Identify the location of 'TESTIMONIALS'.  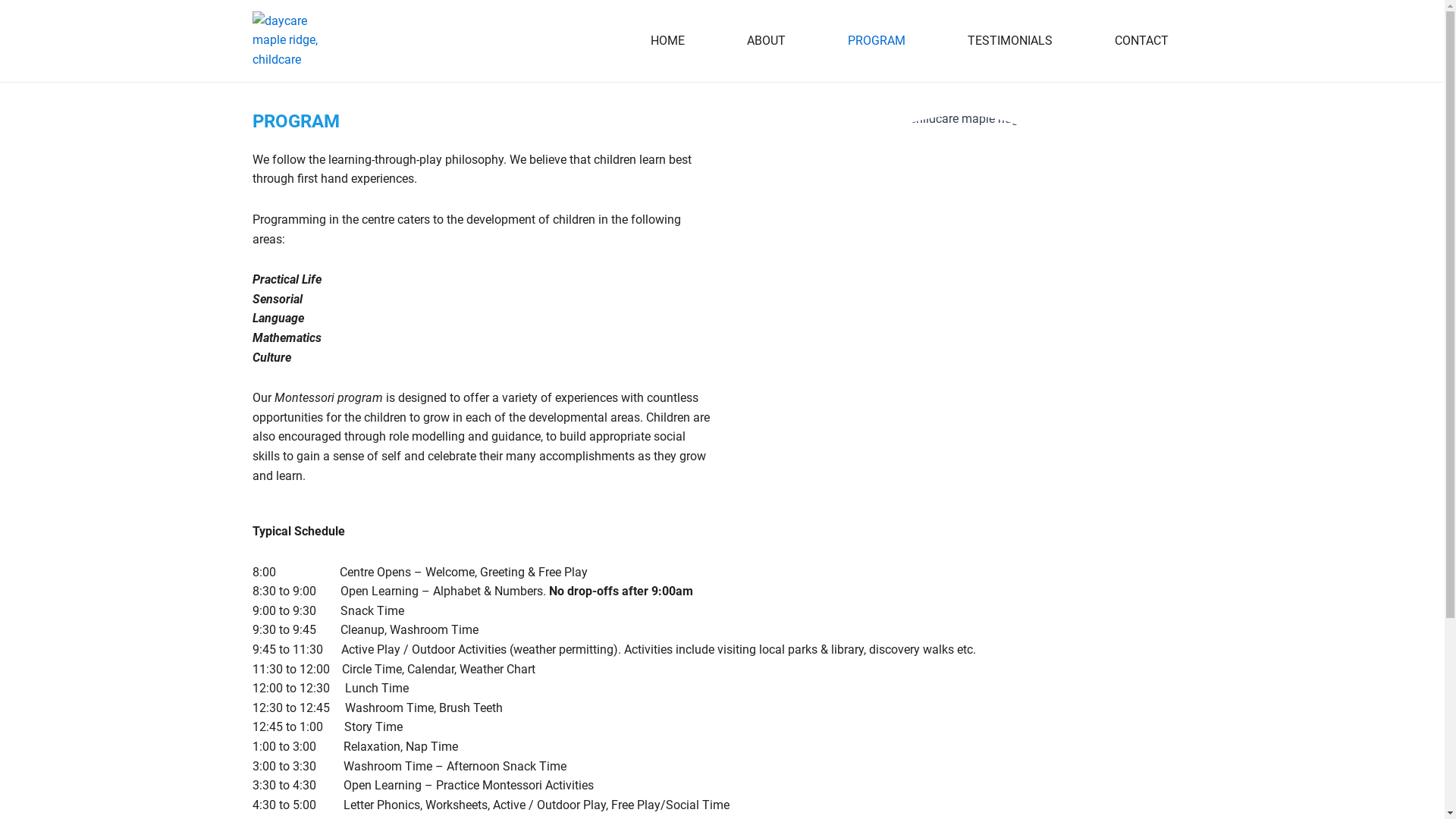
(935, 40).